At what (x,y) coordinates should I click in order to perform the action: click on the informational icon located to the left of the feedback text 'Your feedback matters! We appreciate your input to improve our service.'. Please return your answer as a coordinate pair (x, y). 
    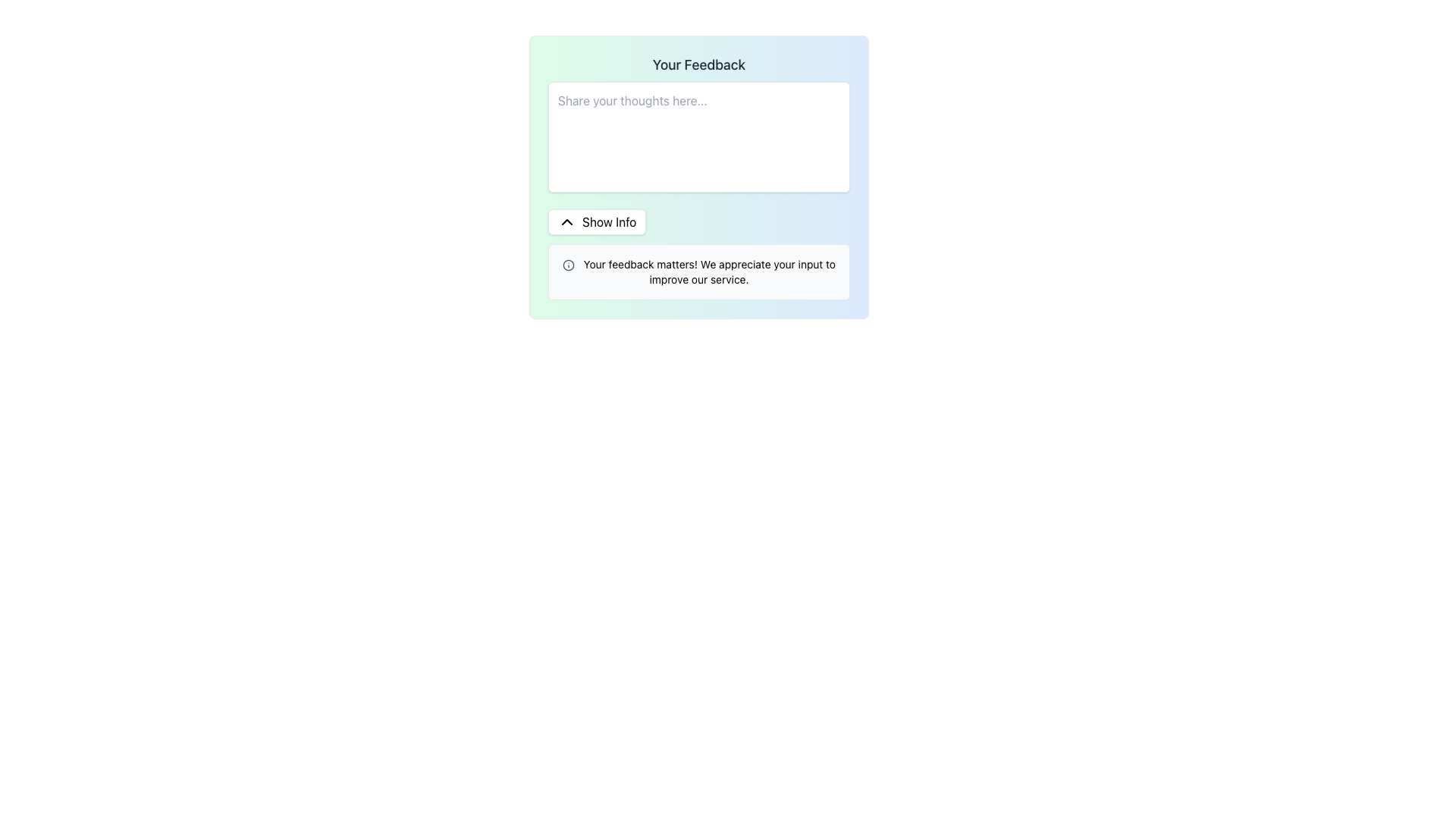
    Looking at the image, I should click on (567, 265).